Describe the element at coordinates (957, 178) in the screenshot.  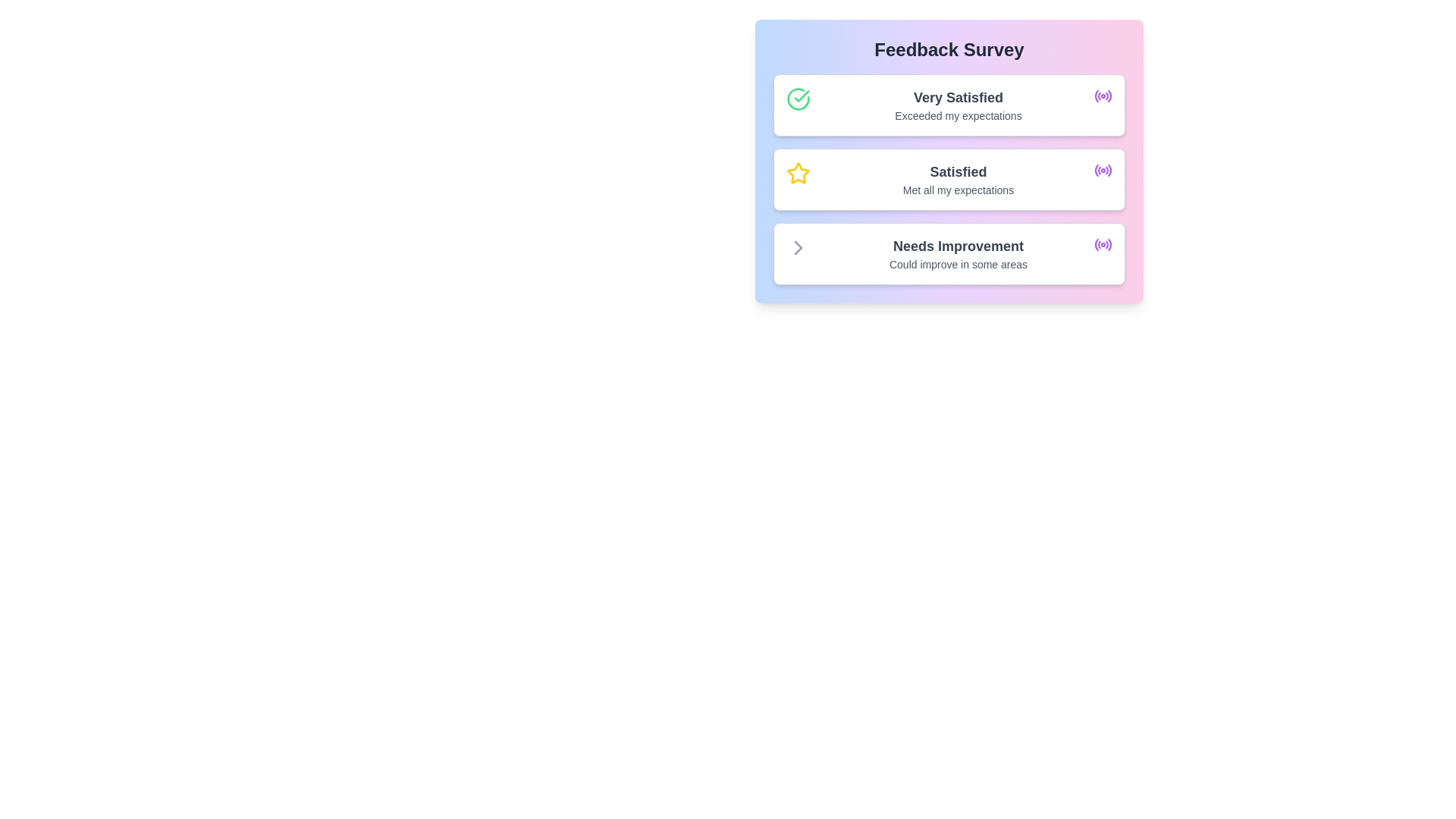
I see `the 'Satisfied' text block, which is the second option in a vertically stacked group of feedback choices, featuring bold text 'Satisfied' and smaller text 'Met all my expectations'` at that location.